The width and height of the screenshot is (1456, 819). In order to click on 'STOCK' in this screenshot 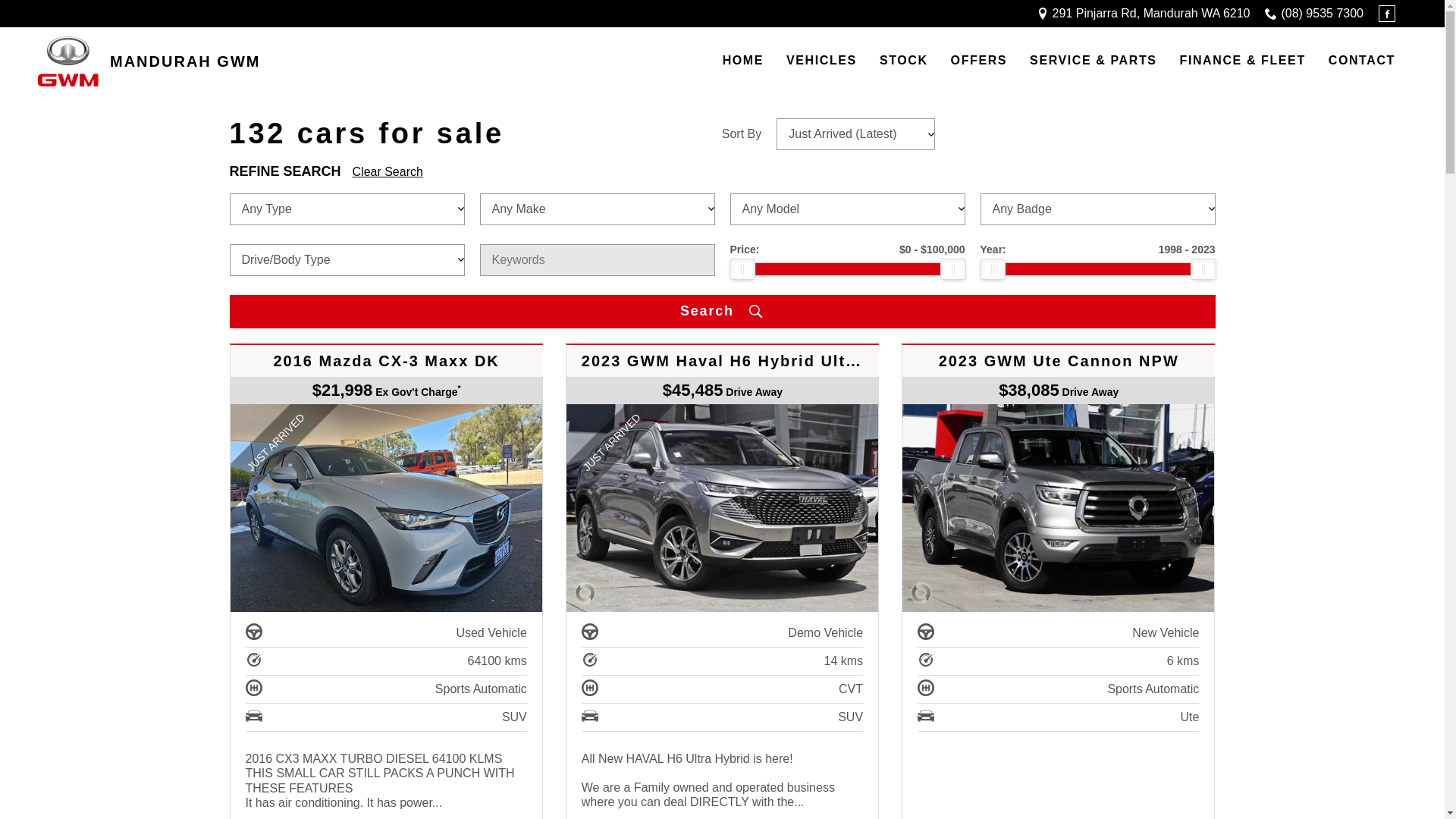, I will do `click(903, 61)`.